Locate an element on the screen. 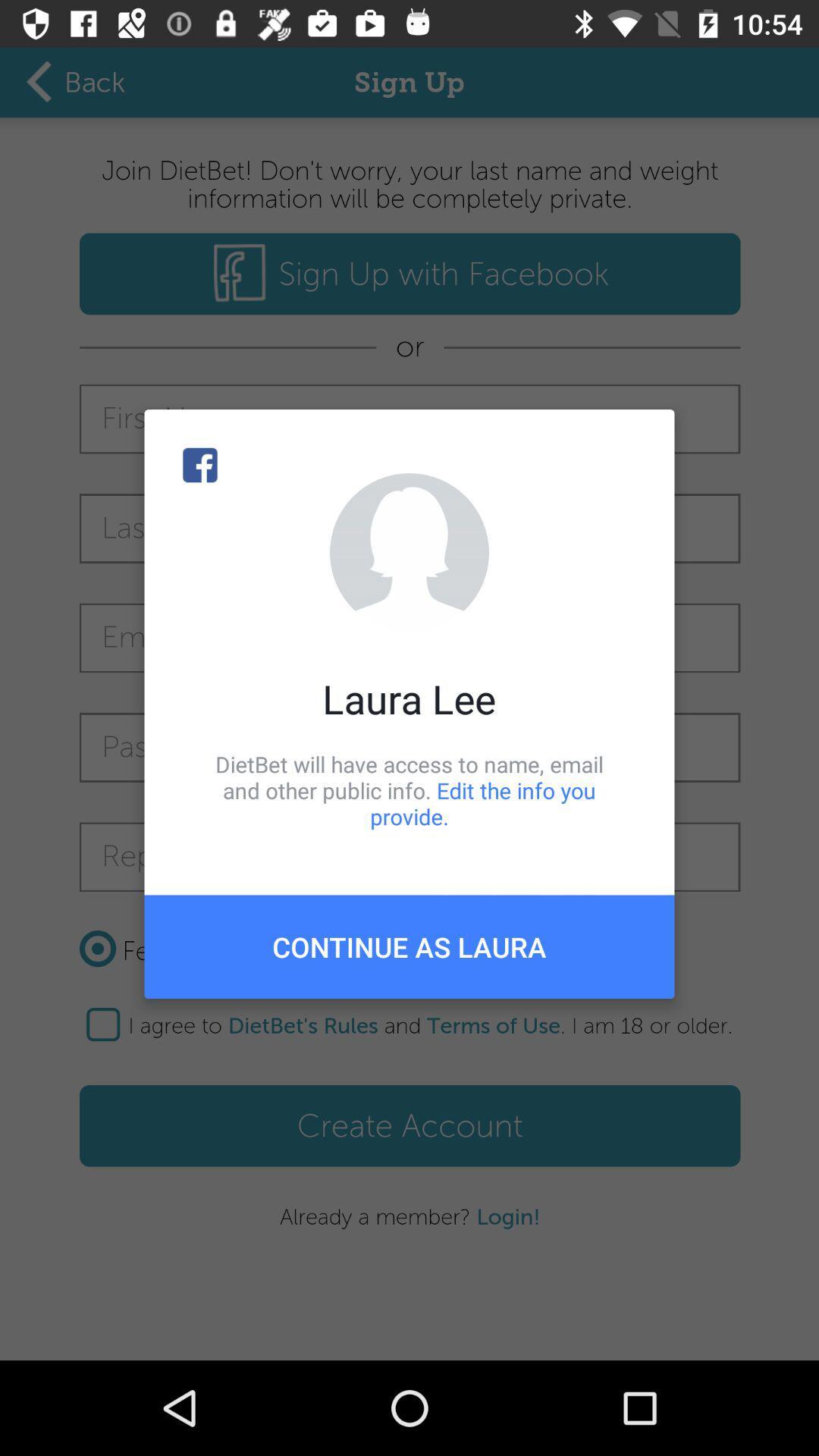 Image resolution: width=819 pixels, height=1456 pixels. item above continue as laura item is located at coordinates (409, 789).